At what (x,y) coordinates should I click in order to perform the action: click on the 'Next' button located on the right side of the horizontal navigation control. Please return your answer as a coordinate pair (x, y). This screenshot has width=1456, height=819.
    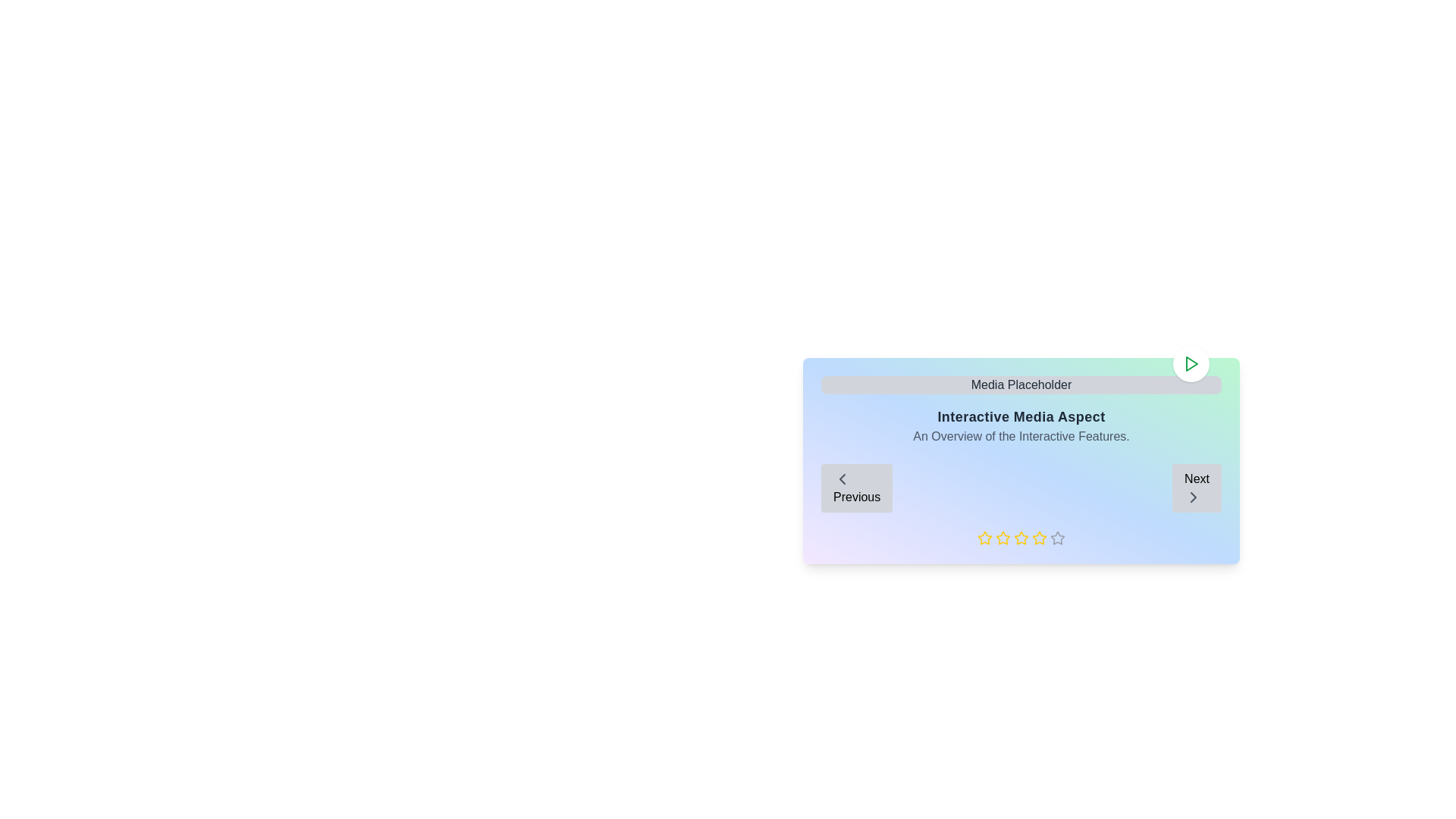
    Looking at the image, I should click on (1196, 488).